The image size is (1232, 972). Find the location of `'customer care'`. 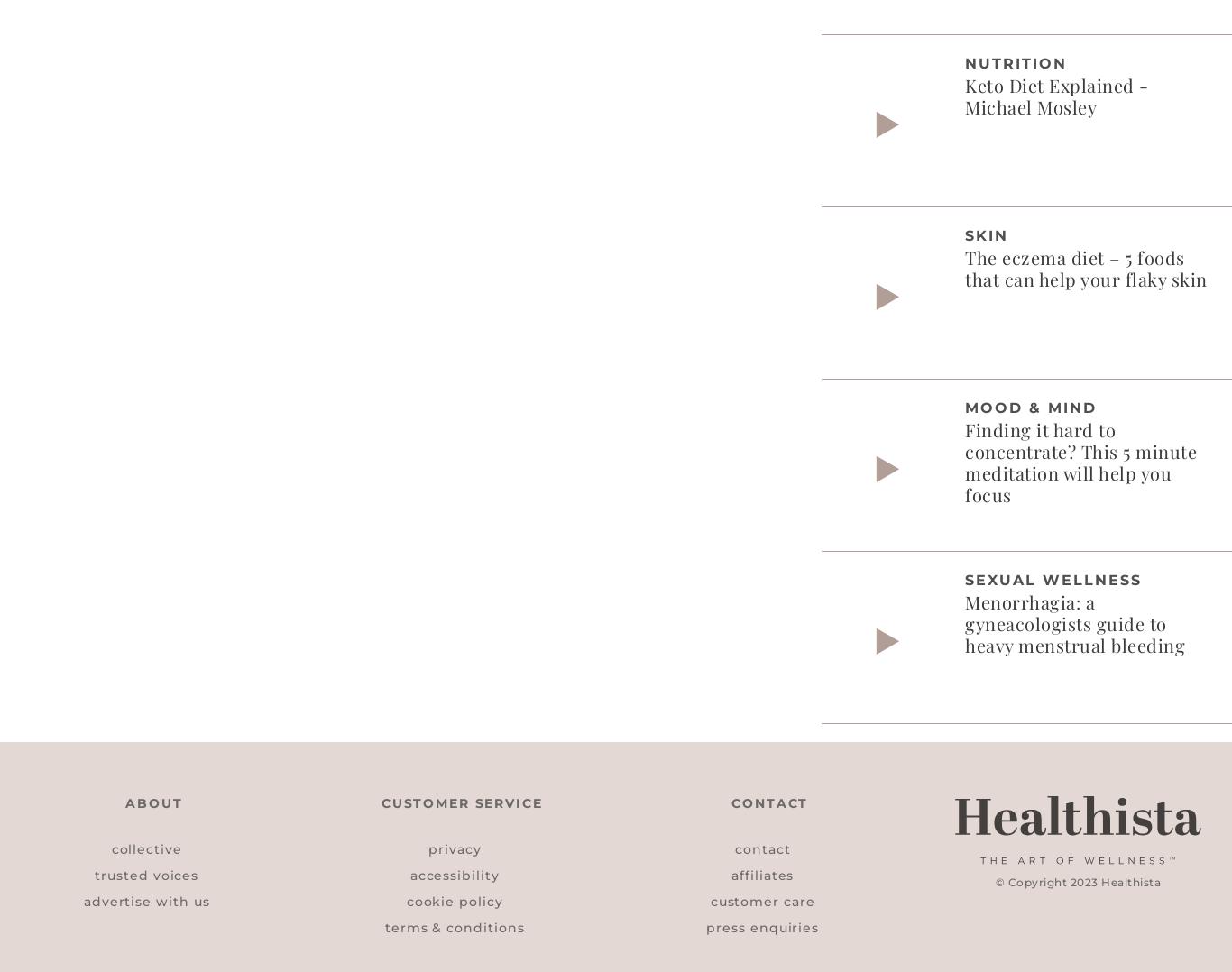

'customer care' is located at coordinates (761, 900).